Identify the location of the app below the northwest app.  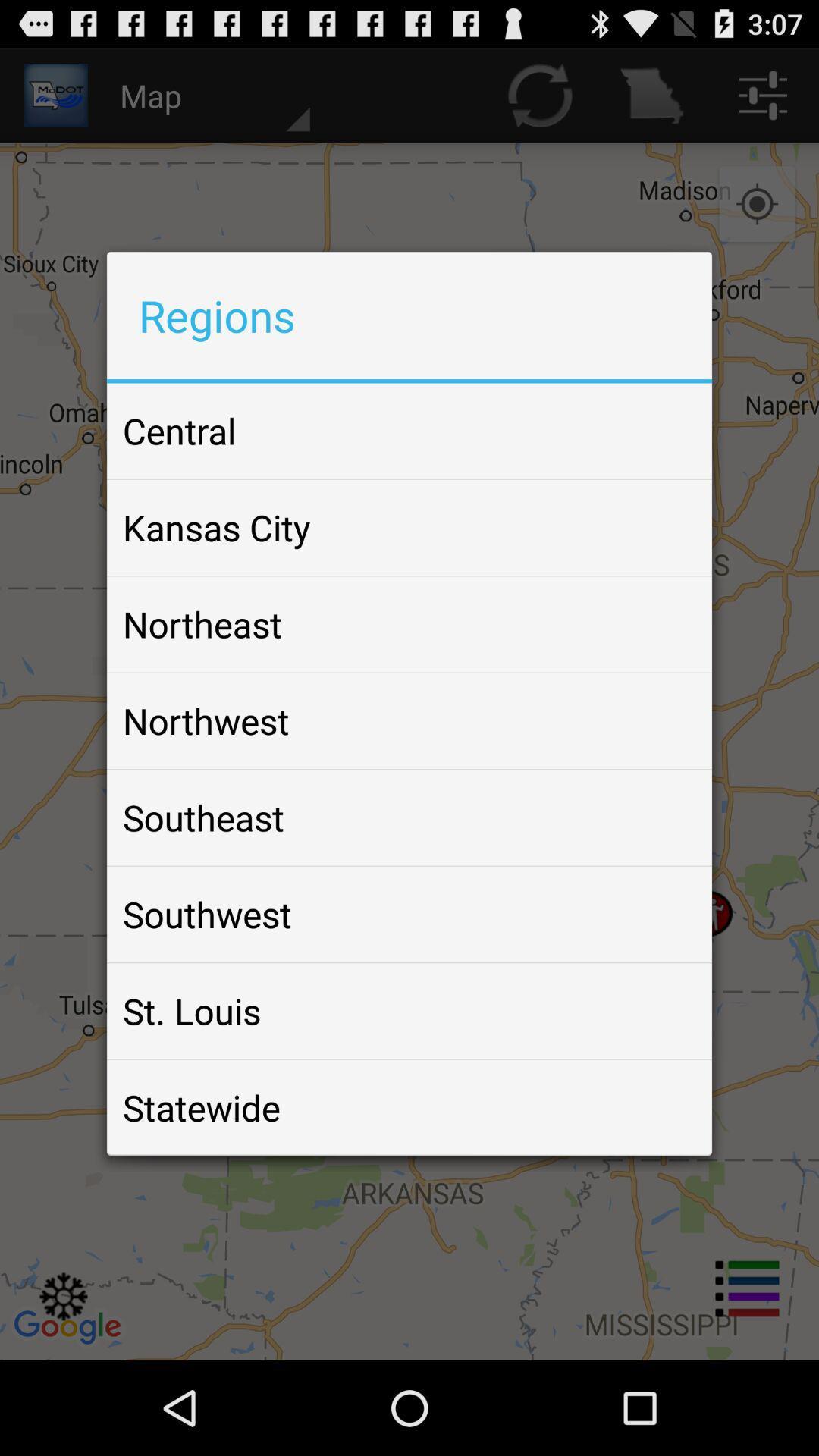
(202, 817).